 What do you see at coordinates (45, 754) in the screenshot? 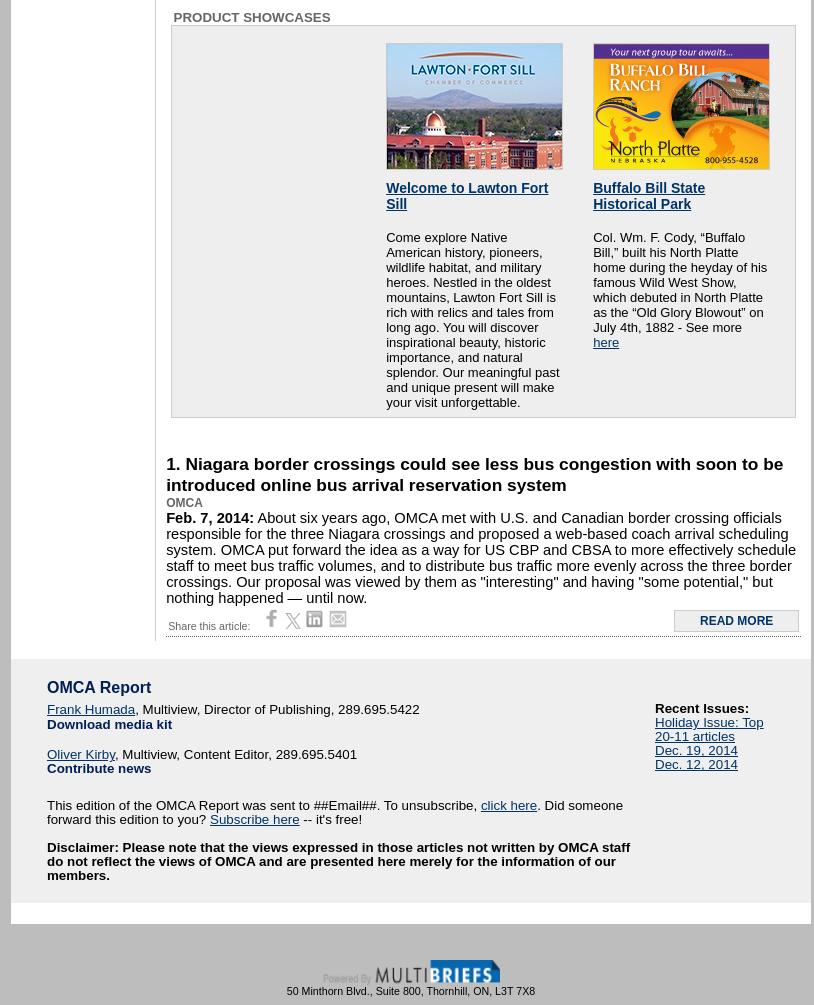
I see `'Oliver Kirby'` at bounding box center [45, 754].